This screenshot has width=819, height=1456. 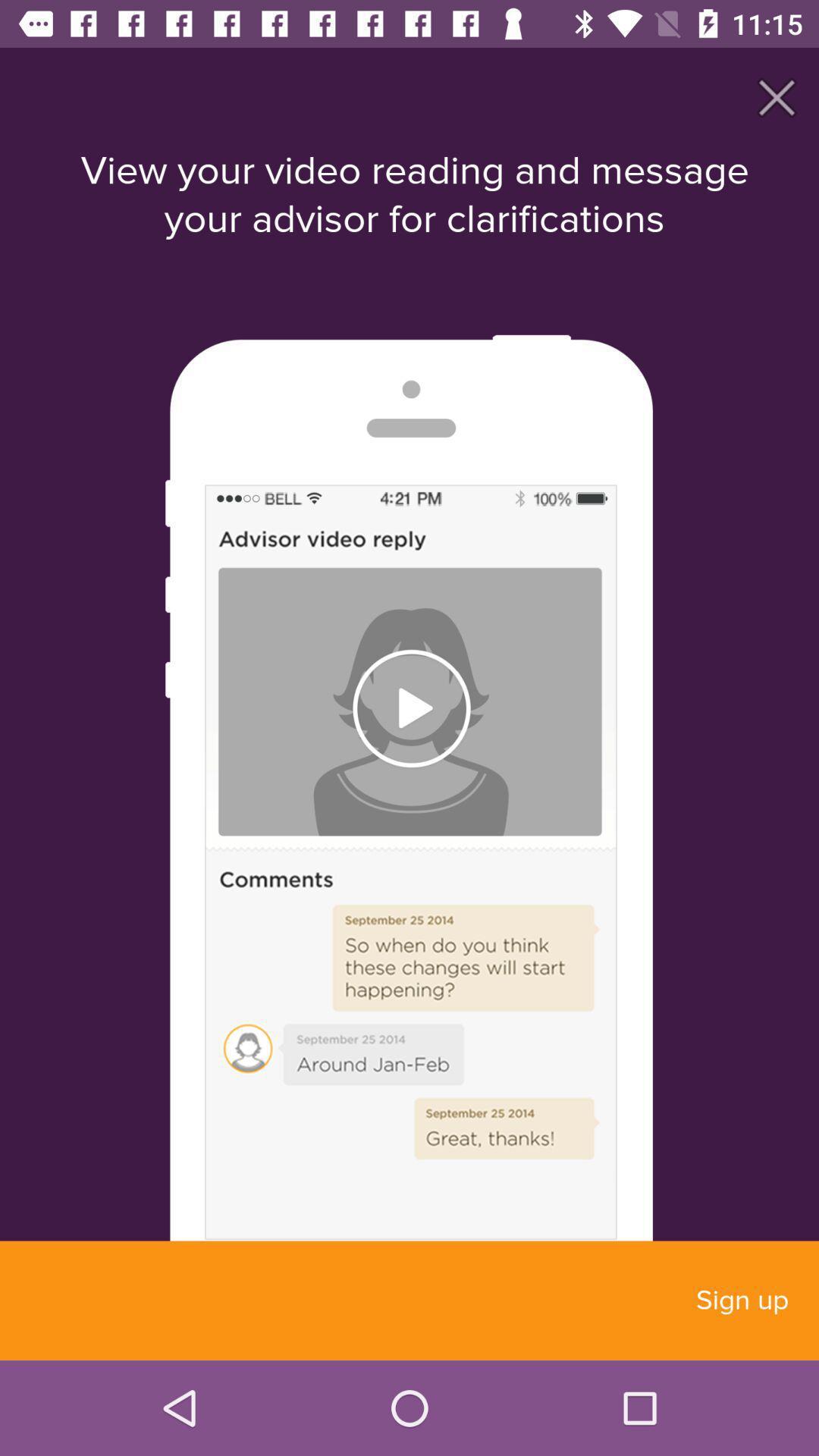 I want to click on the close icon, so click(x=777, y=96).